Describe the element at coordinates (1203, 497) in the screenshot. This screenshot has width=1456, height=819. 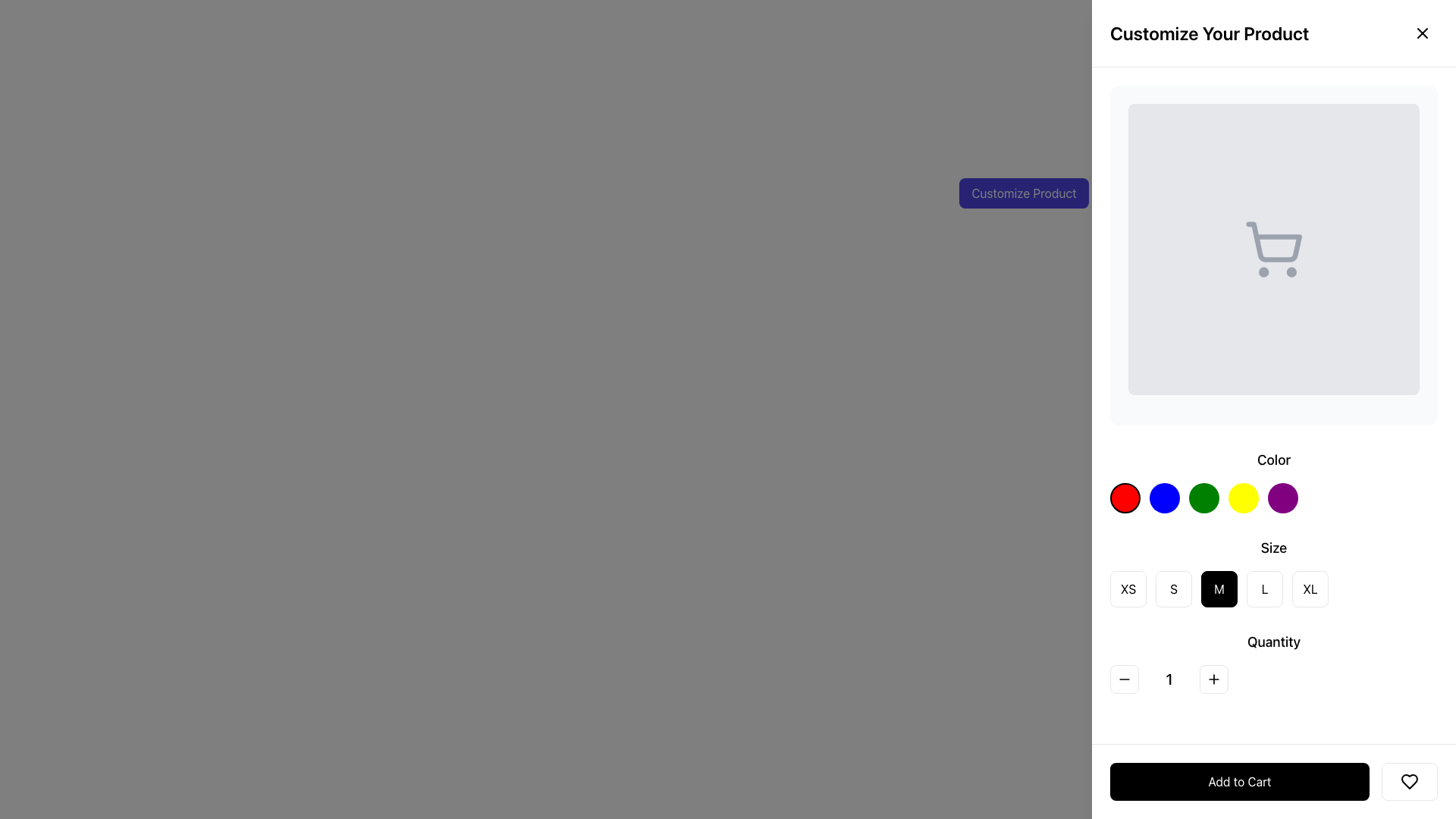
I see `the green circular button, which is the third button in a horizontal row of five` at that location.